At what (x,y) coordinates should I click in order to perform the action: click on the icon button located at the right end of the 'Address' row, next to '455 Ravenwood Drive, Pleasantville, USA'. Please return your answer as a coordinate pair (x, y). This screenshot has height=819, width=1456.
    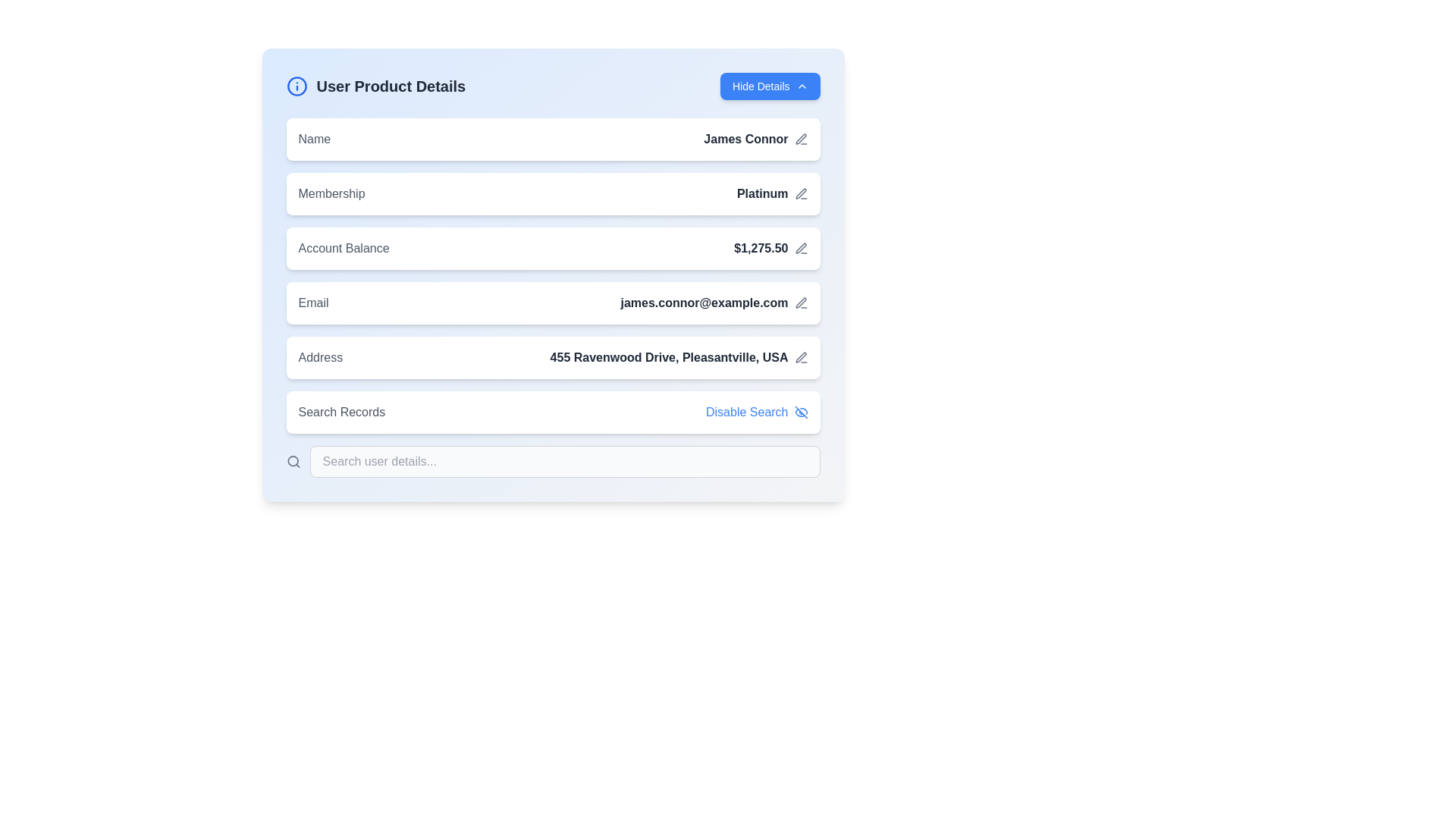
    Looking at the image, I should click on (800, 357).